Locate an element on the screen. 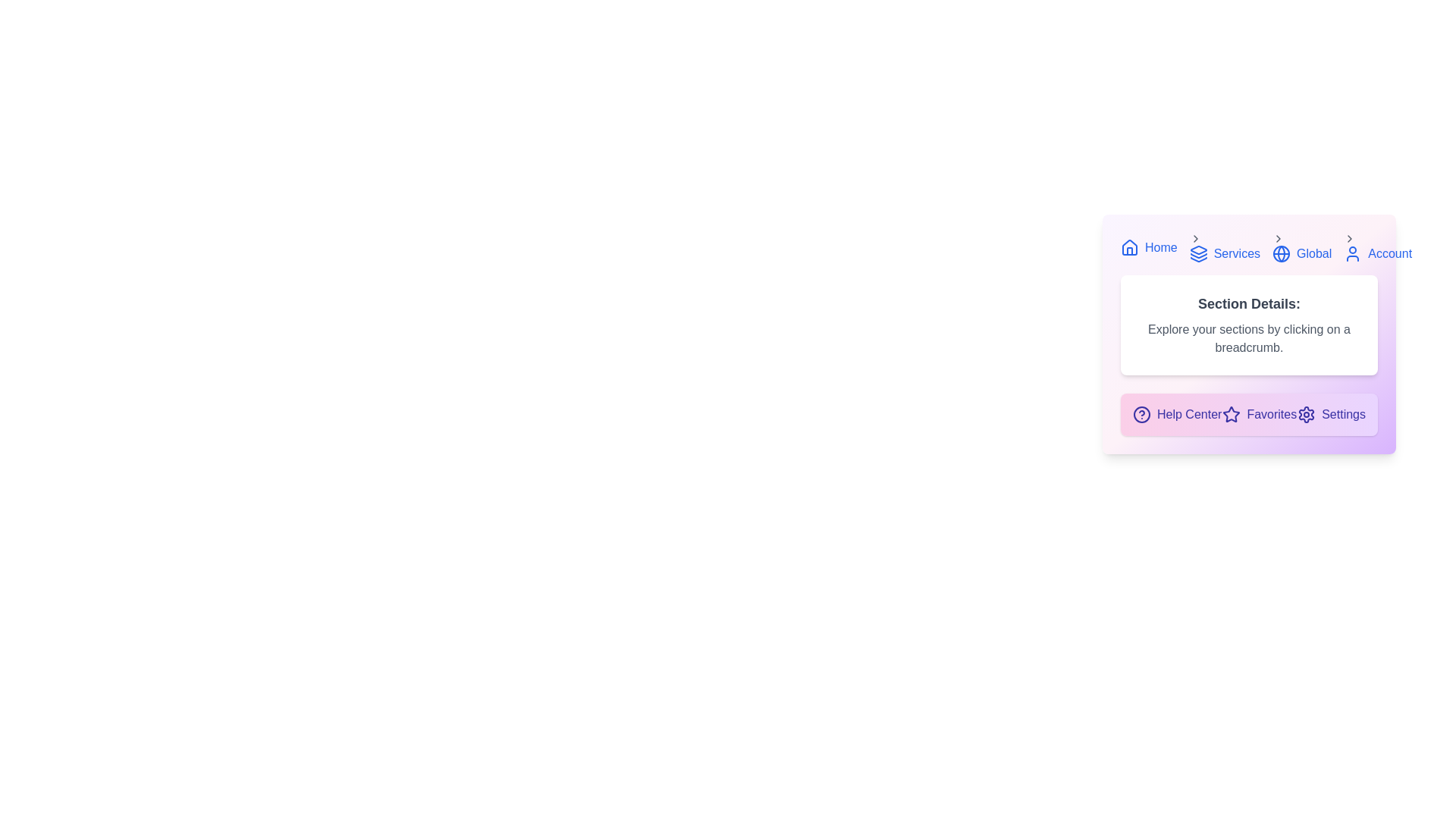  the Settings Icon located in the lower-right corner of the interface is located at coordinates (1306, 415).